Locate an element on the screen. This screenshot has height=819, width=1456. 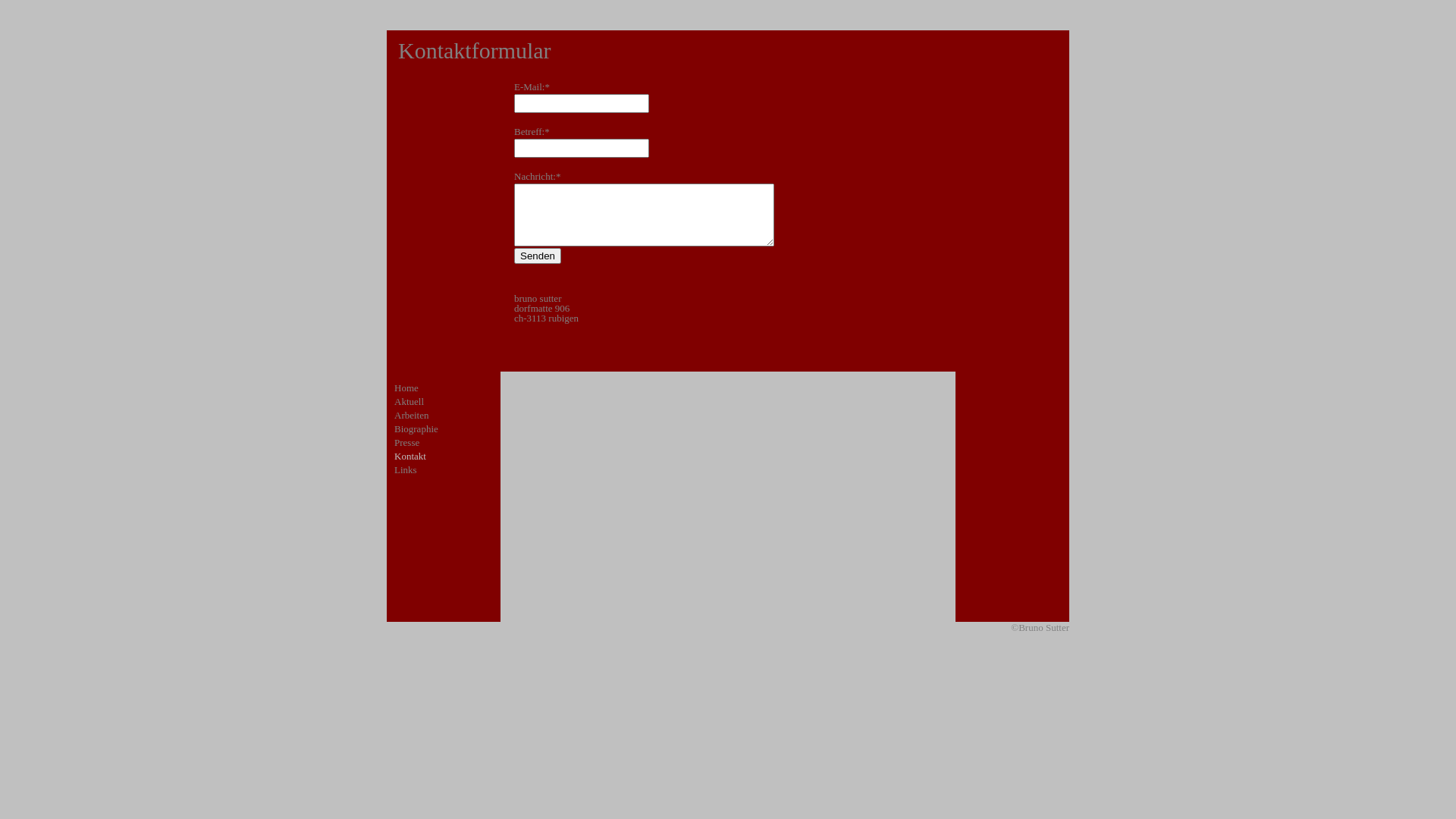
'Presse' is located at coordinates (394, 442).